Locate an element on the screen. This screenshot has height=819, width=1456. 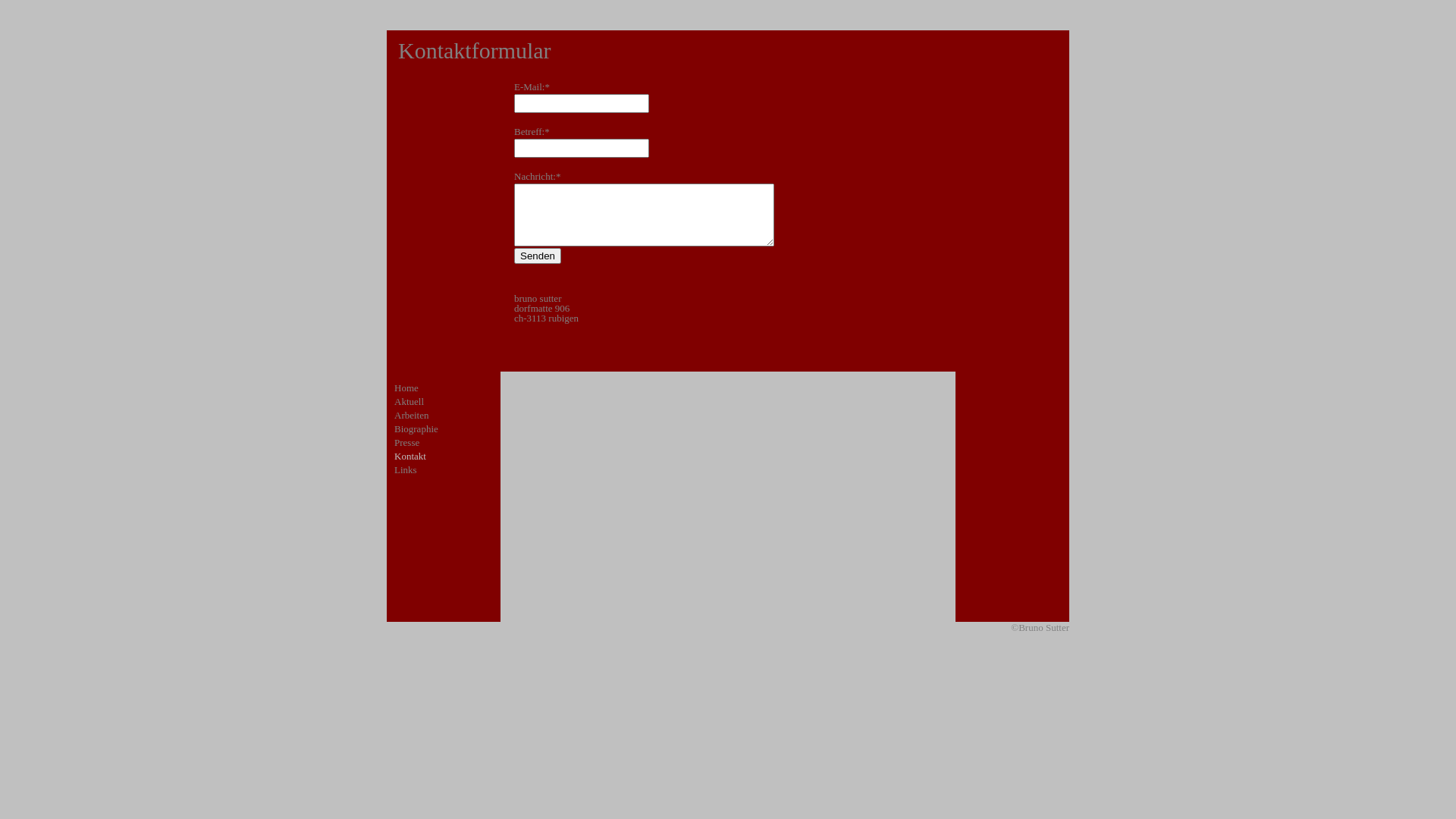
'Presse' is located at coordinates (394, 442).